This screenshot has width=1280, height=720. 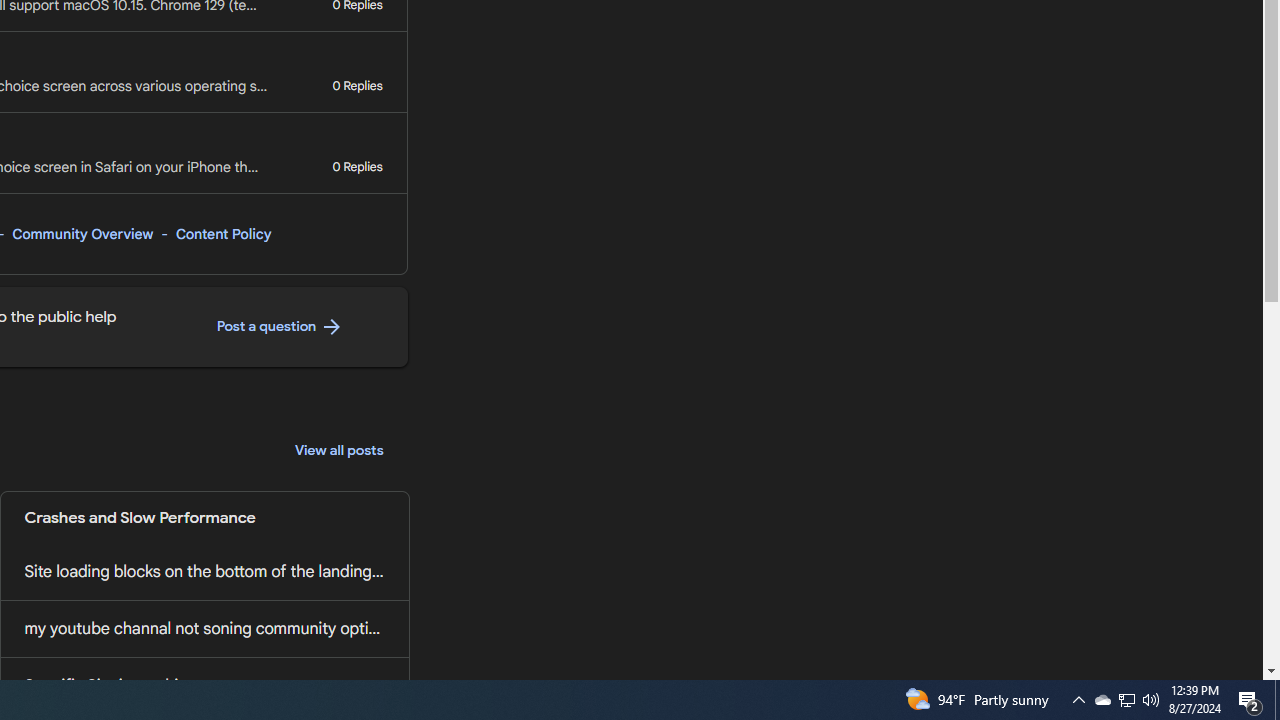 What do you see at coordinates (223, 233) in the screenshot?
I see `'Content Policy'` at bounding box center [223, 233].